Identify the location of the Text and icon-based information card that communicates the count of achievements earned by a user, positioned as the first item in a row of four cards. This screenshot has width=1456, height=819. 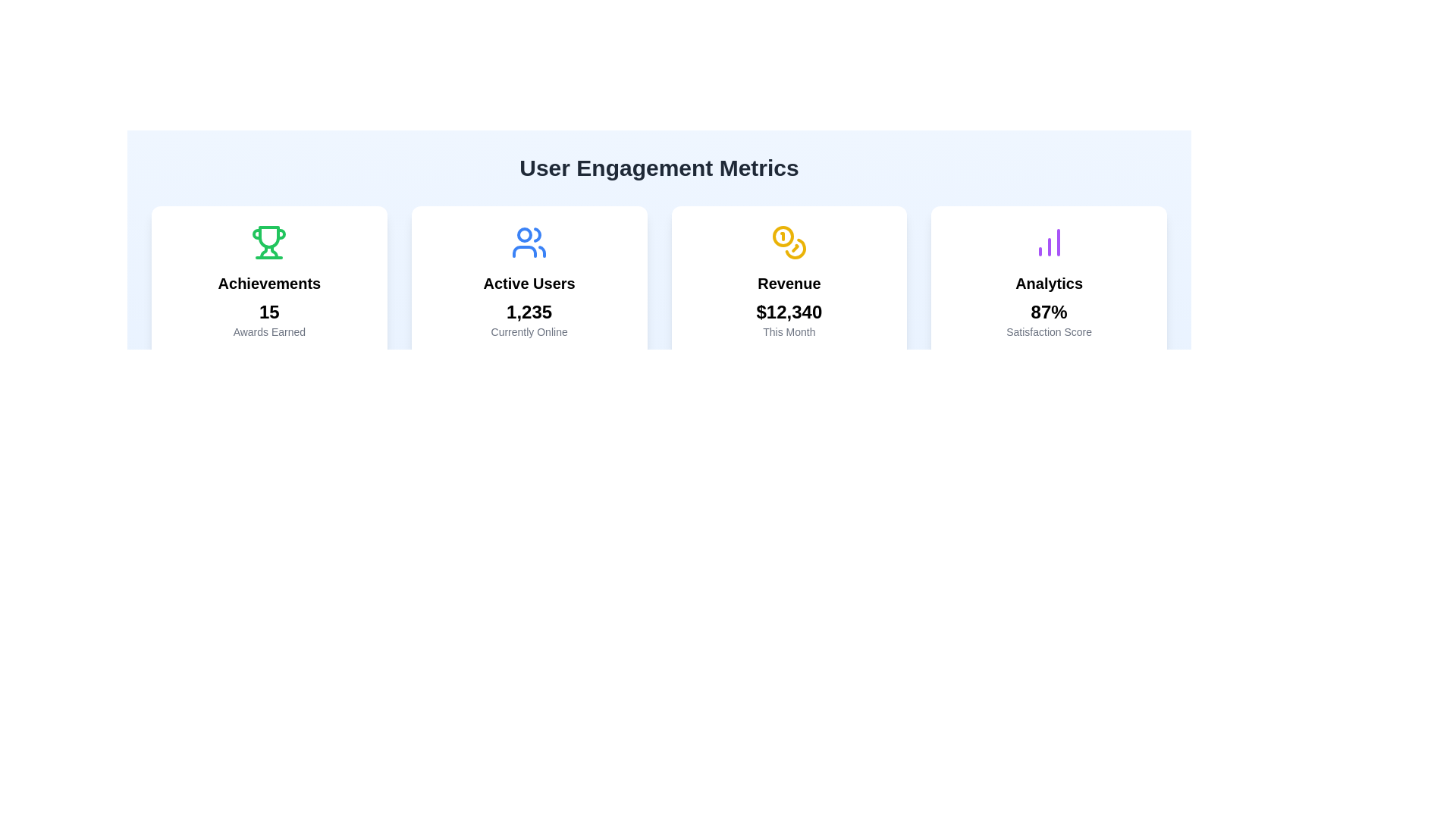
(269, 281).